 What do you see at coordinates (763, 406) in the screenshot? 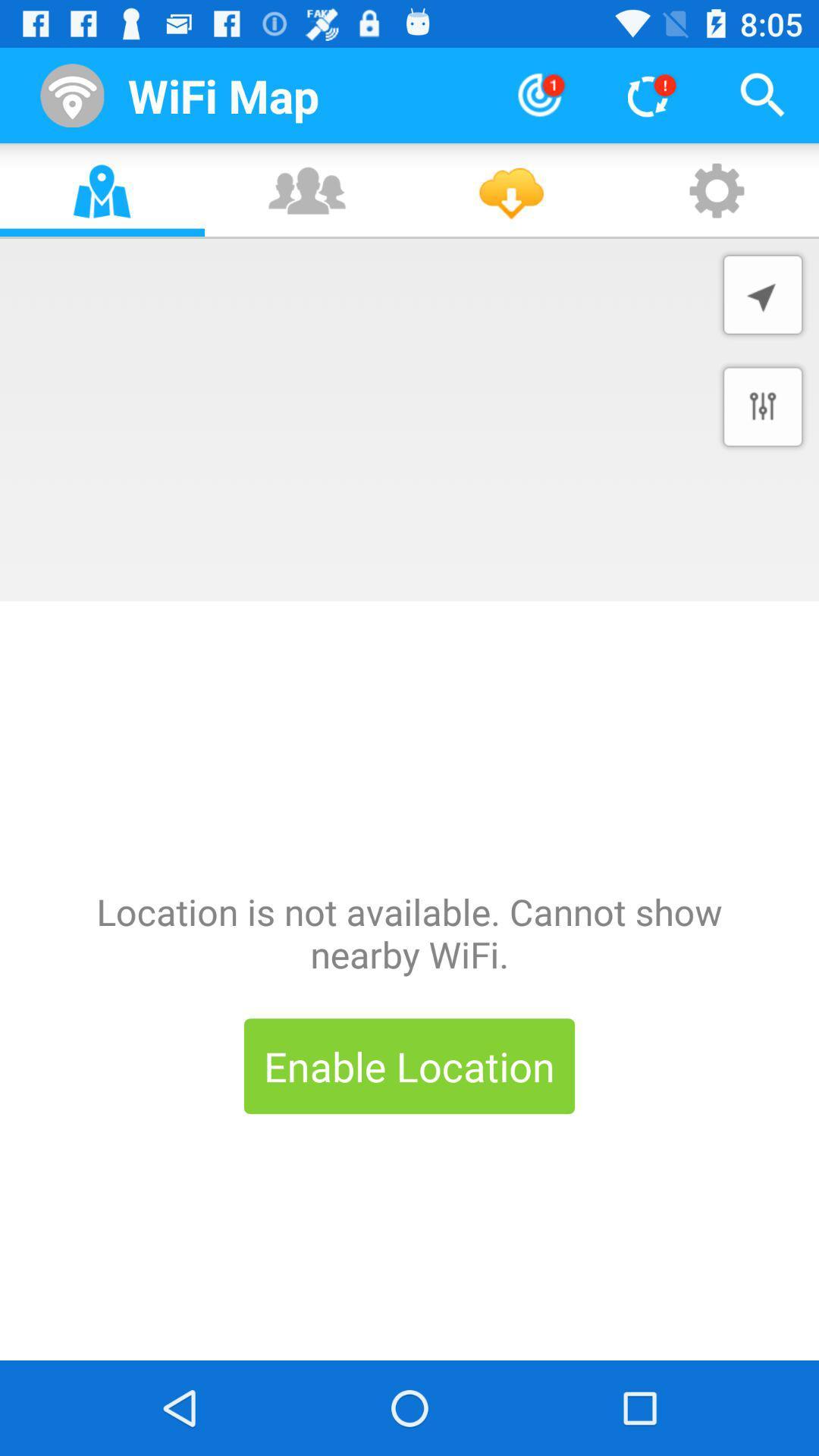
I see `settings` at bounding box center [763, 406].